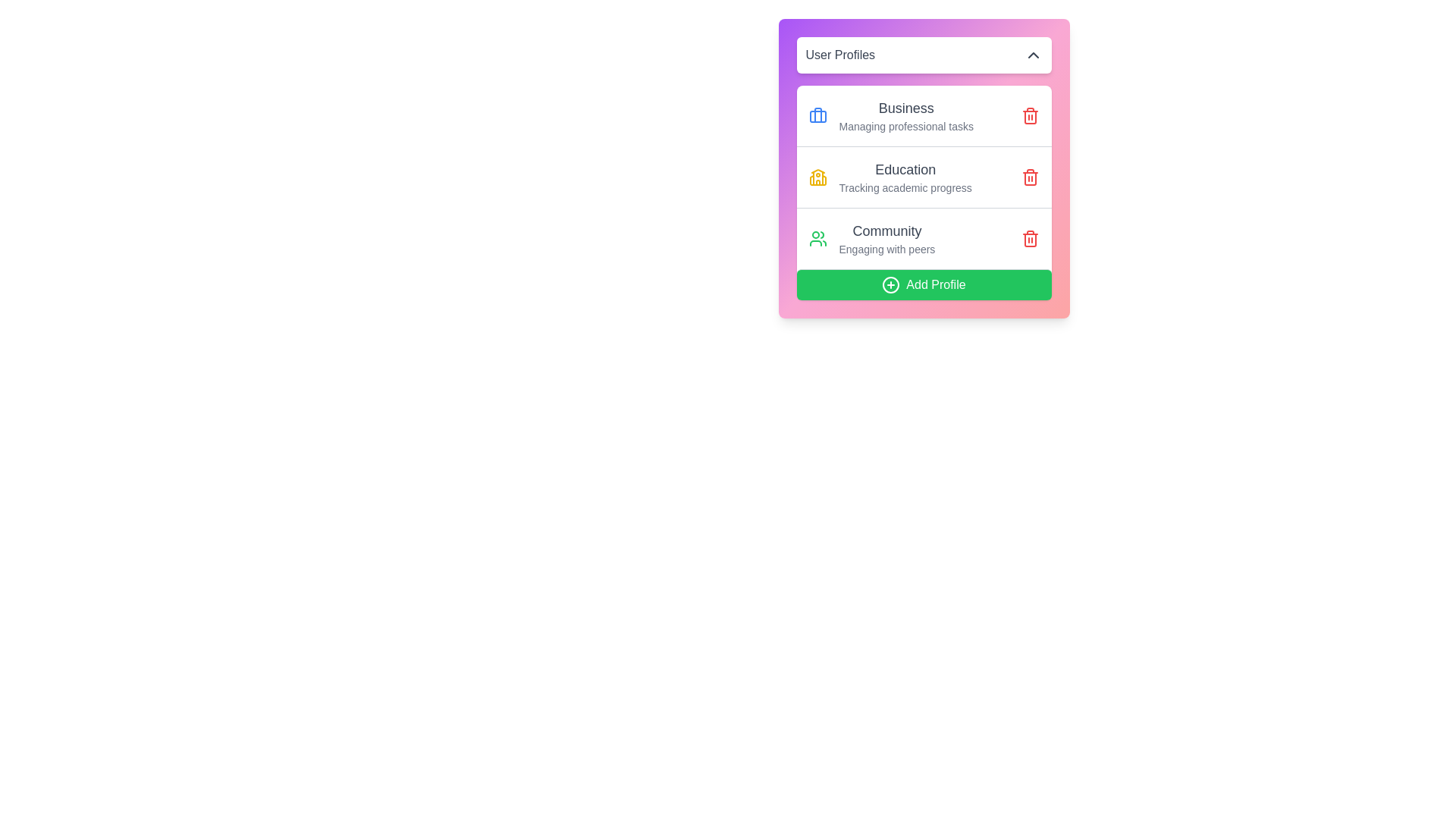  I want to click on the chevron-up icon at the far-right side of the 'User Profiles' header section, so click(1032, 55).